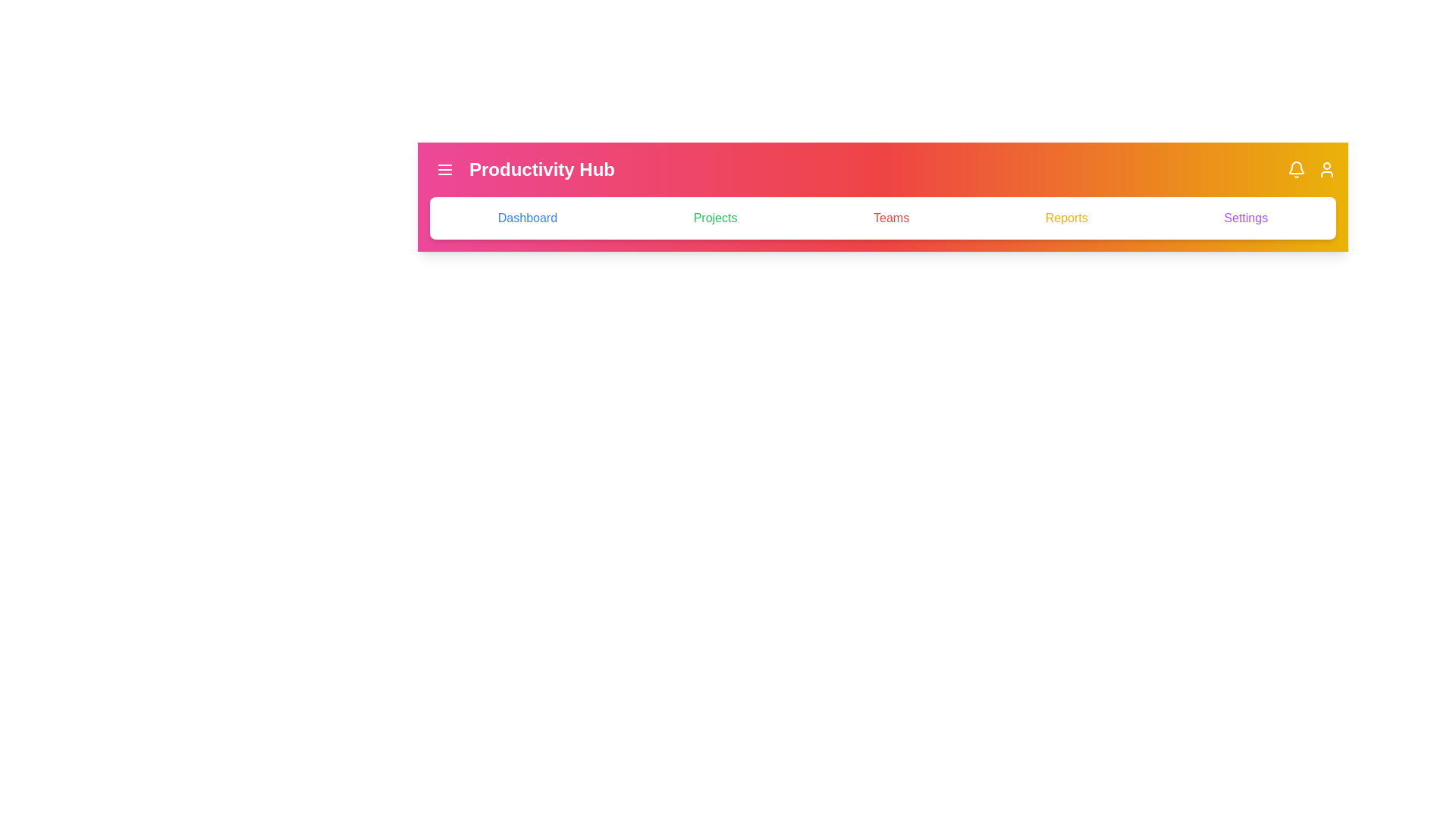 The height and width of the screenshot is (819, 1456). What do you see at coordinates (714, 218) in the screenshot?
I see `the tab named Projects` at bounding box center [714, 218].